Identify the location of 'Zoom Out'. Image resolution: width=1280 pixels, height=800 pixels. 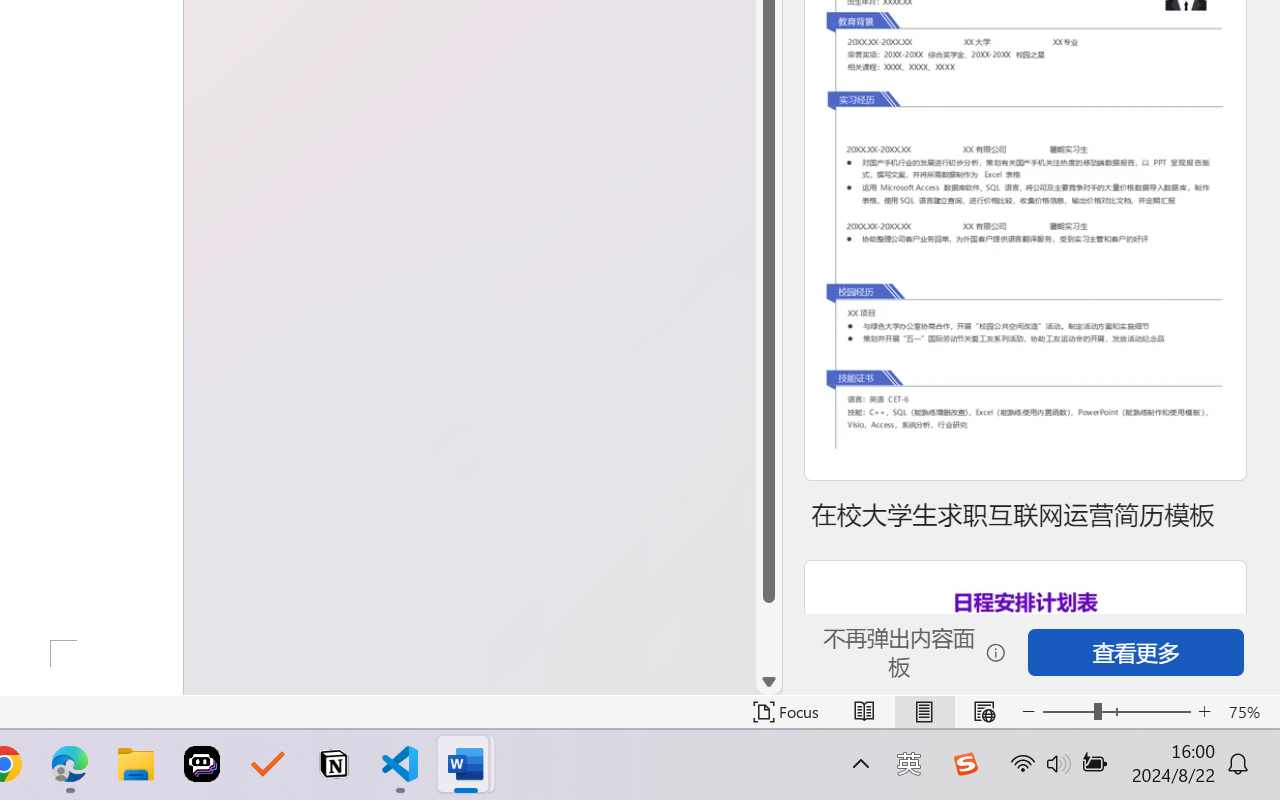
(1067, 711).